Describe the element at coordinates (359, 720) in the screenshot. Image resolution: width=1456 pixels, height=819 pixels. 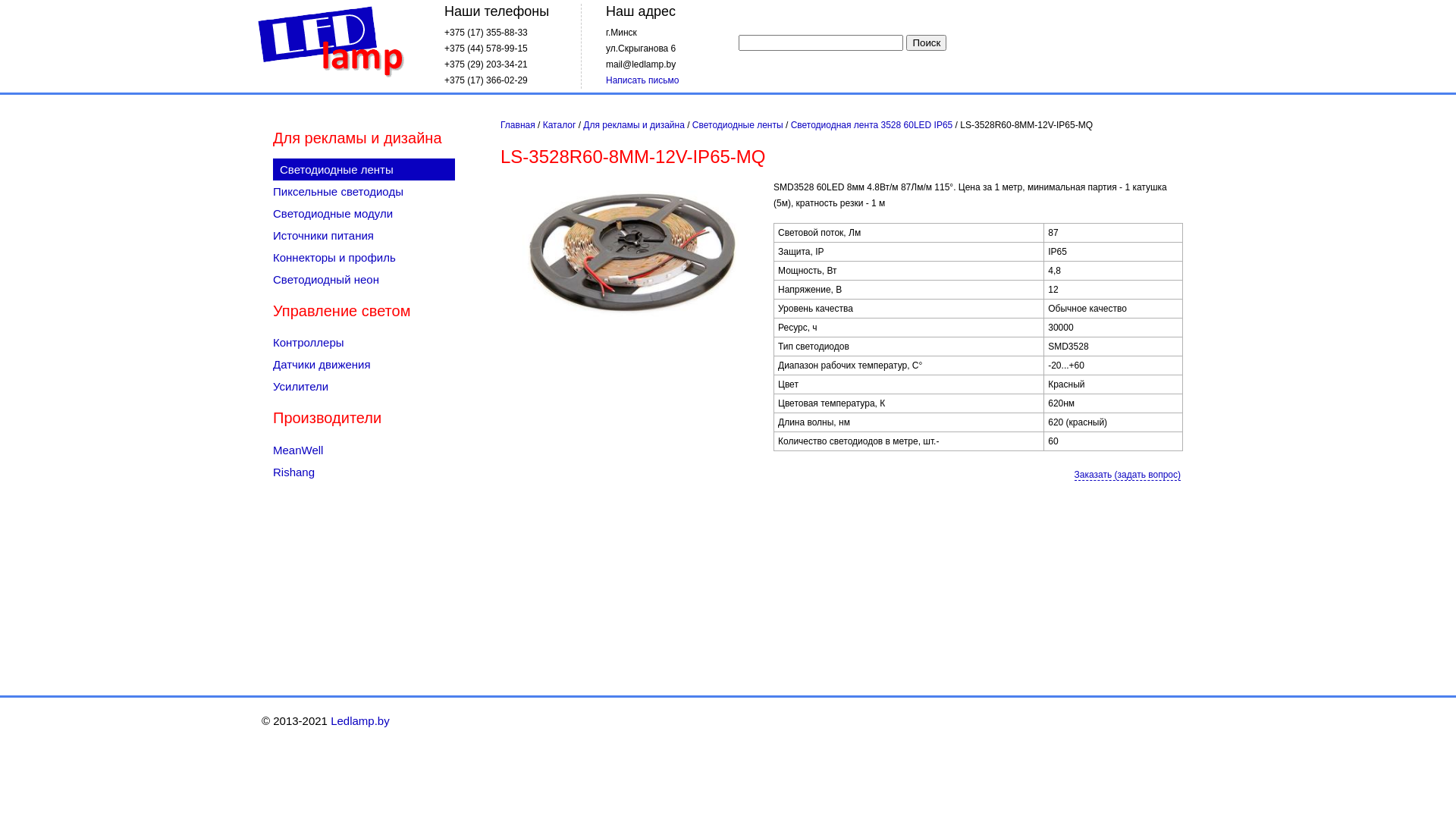
I see `'Ledlamp.by'` at that location.